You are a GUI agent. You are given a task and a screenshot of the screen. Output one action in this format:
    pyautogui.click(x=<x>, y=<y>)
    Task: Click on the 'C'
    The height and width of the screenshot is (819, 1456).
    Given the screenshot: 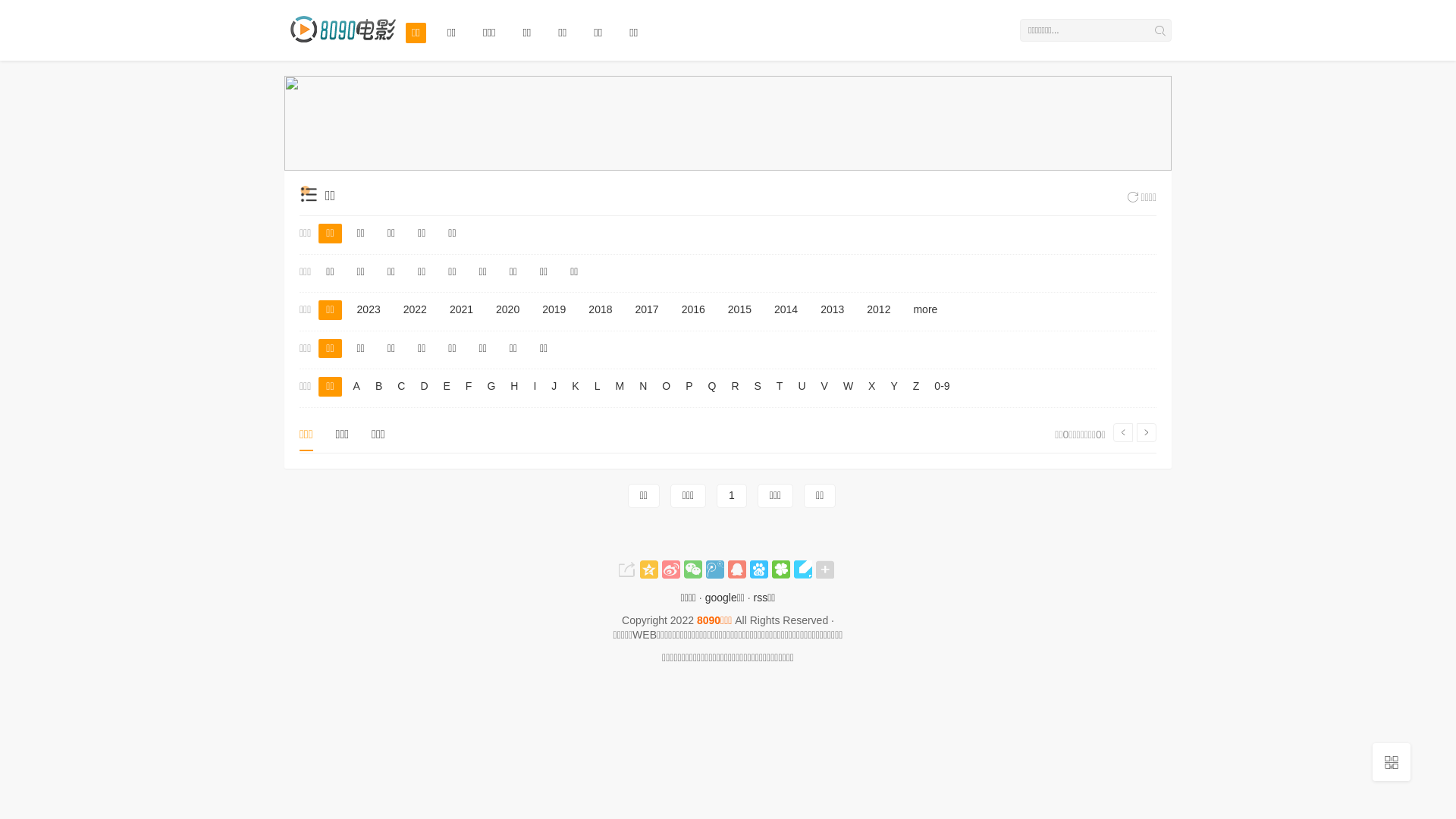 What is the action you would take?
    pyautogui.click(x=400, y=385)
    